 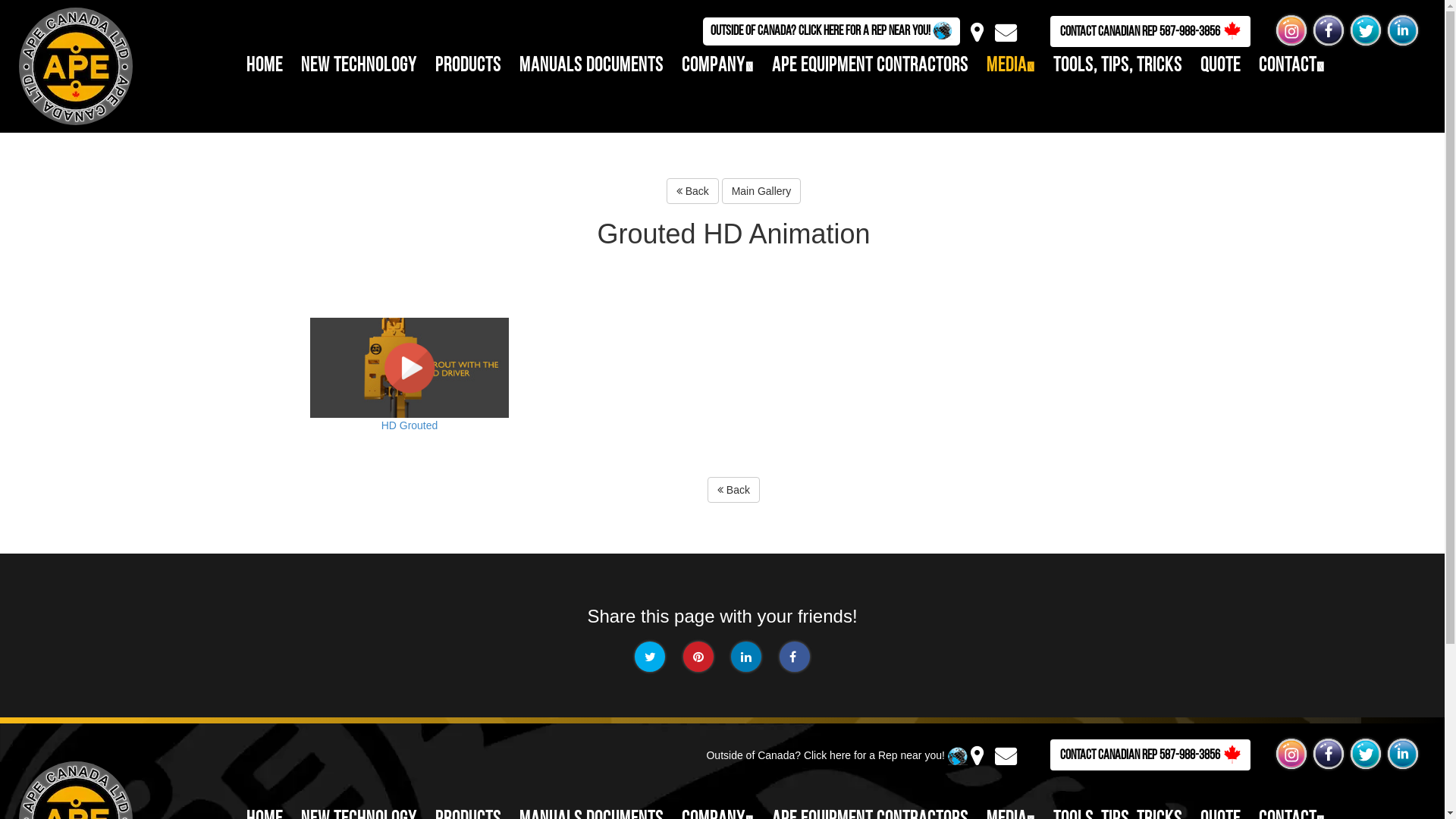 What do you see at coordinates (1150, 755) in the screenshot?
I see `'Contact Canadian Rep 587-988-3856'` at bounding box center [1150, 755].